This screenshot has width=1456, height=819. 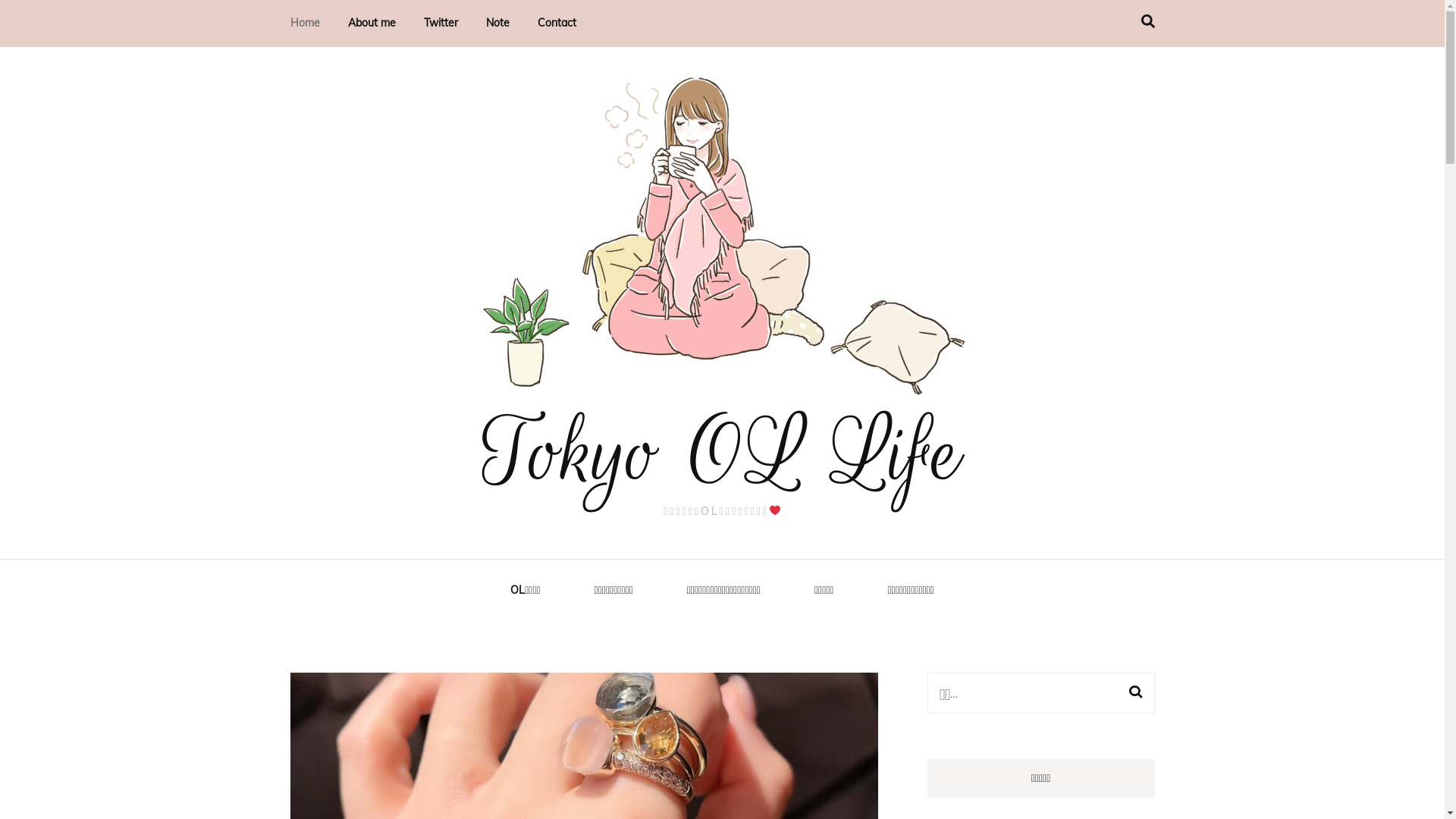 I want to click on 'Note', so click(x=497, y=23).